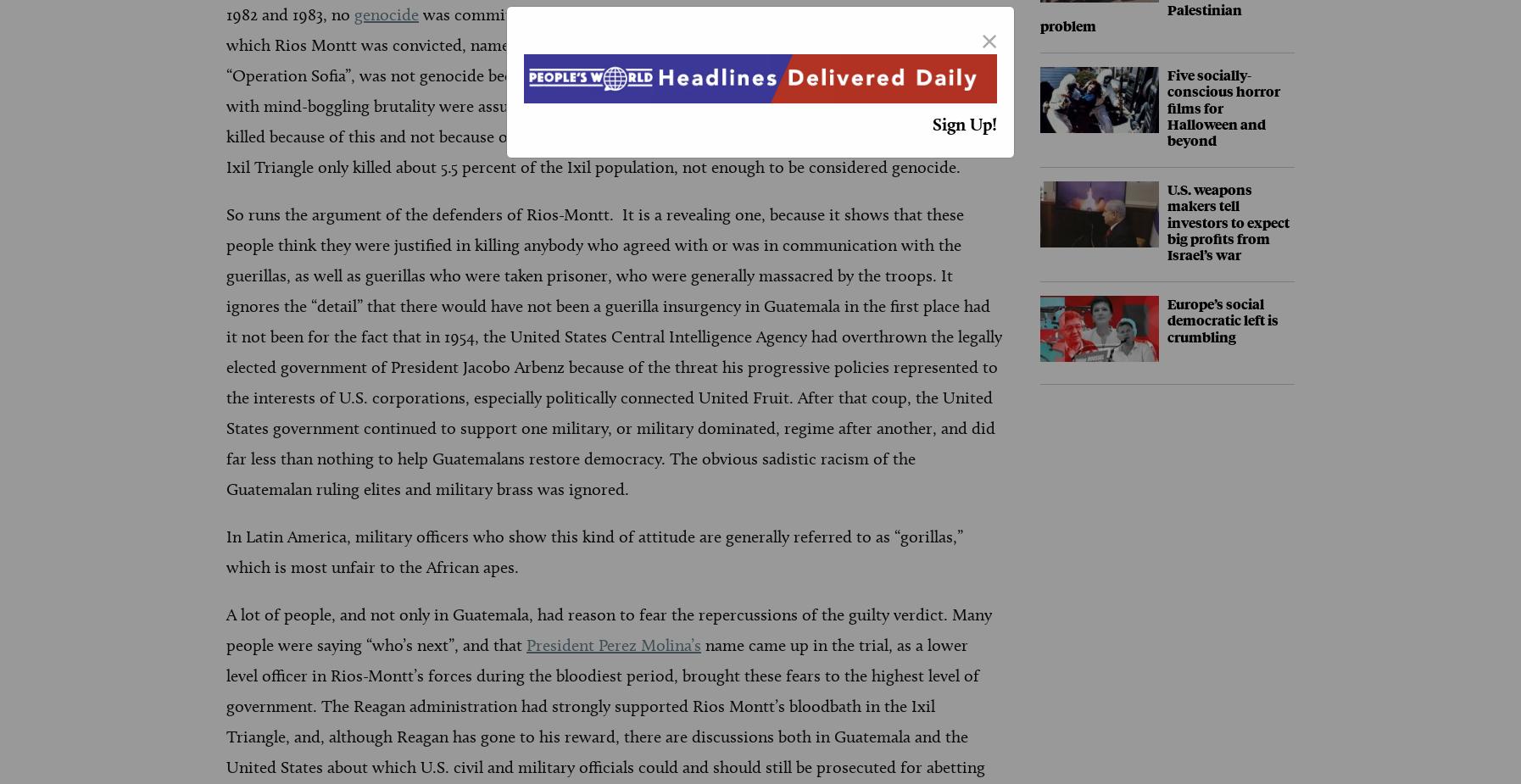  What do you see at coordinates (225, 552) in the screenshot?
I see `'In Latin America, military officers who show this kind of attitude are generally referred to as “gorillas,” which is most unfair to the African apes.'` at bounding box center [225, 552].